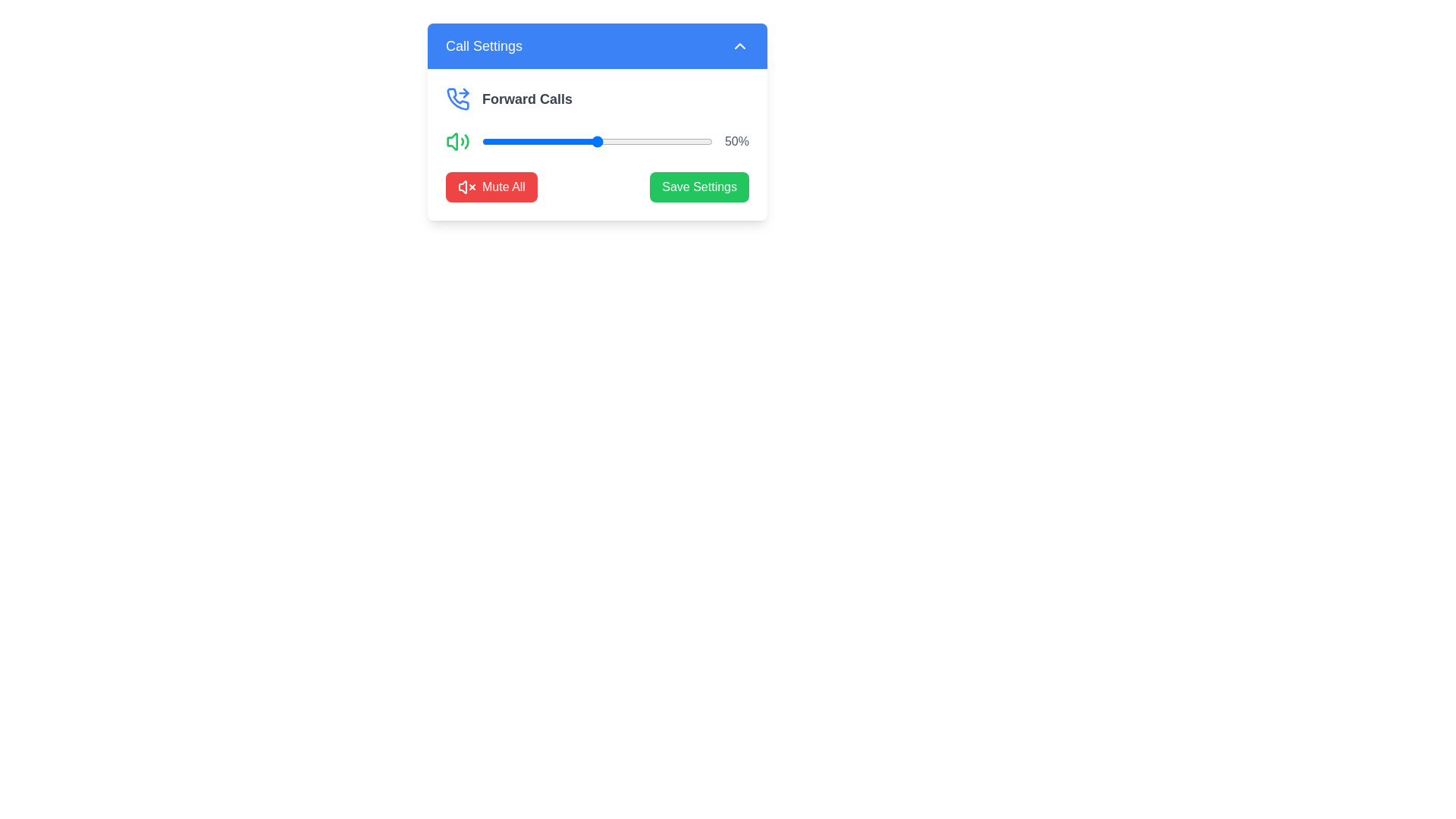 The image size is (1456, 819). I want to click on the slider, so click(670, 141).